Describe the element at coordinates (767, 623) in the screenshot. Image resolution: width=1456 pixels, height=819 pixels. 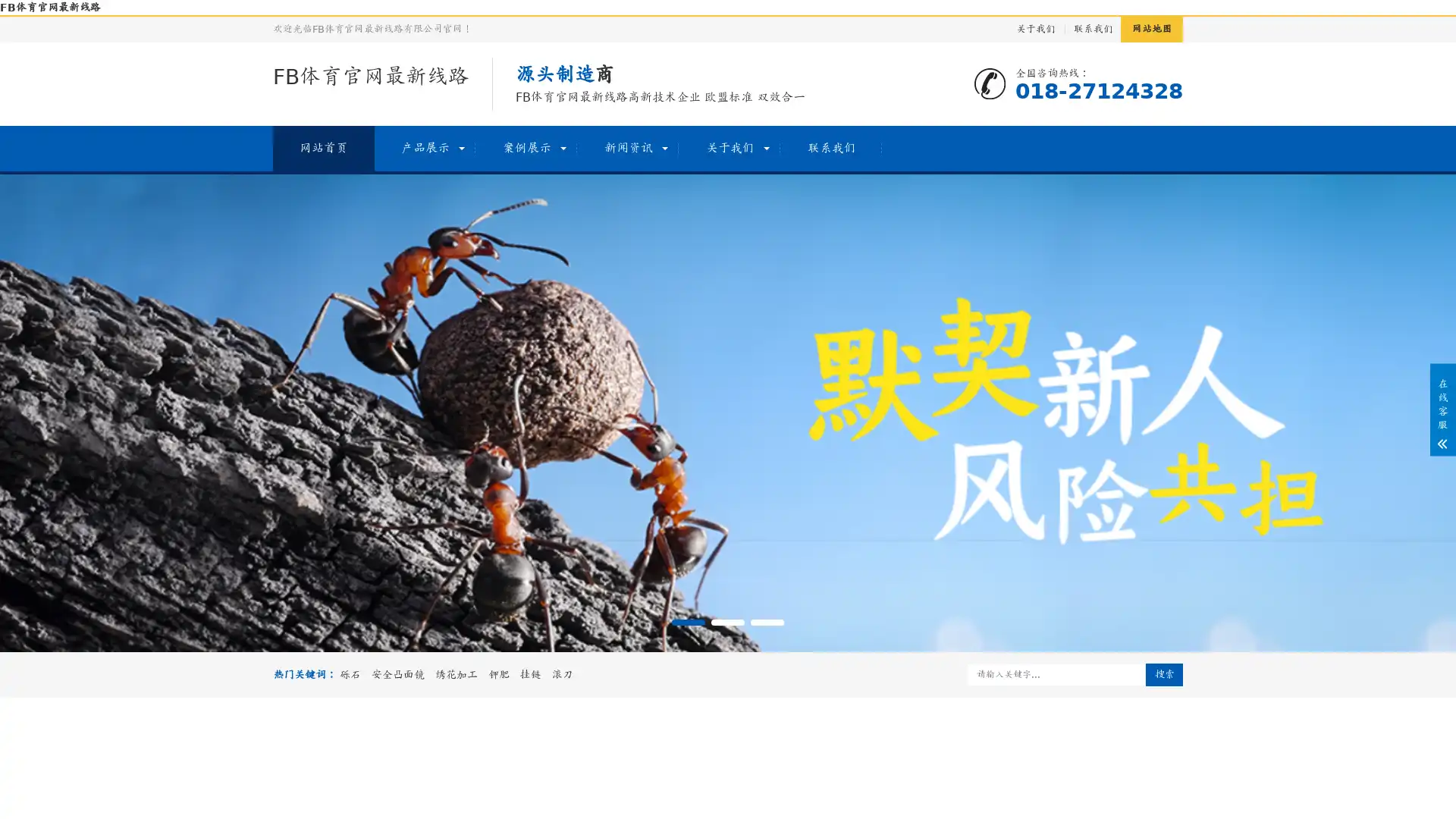
I see `Go to slide 3` at that location.